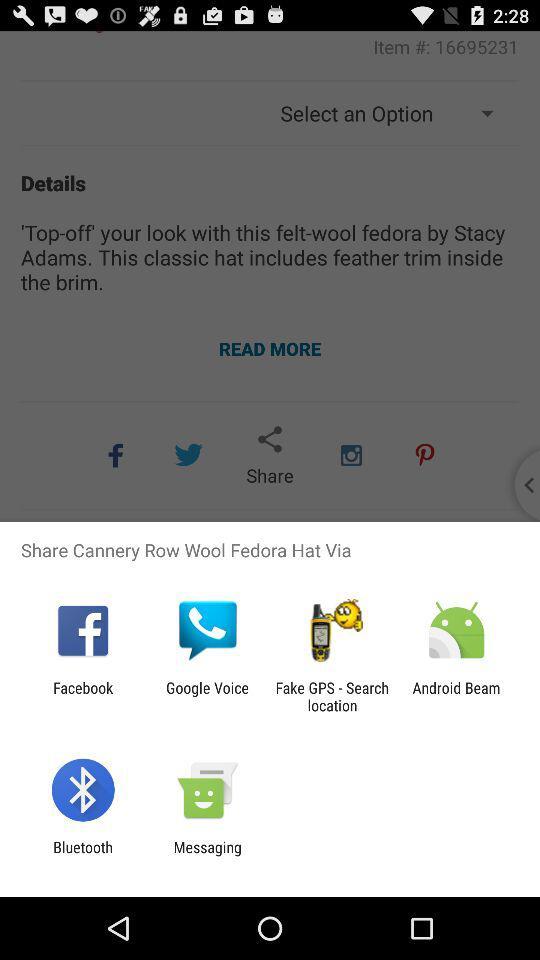 Image resolution: width=540 pixels, height=960 pixels. What do you see at coordinates (82, 855) in the screenshot?
I see `item next to the messaging` at bounding box center [82, 855].